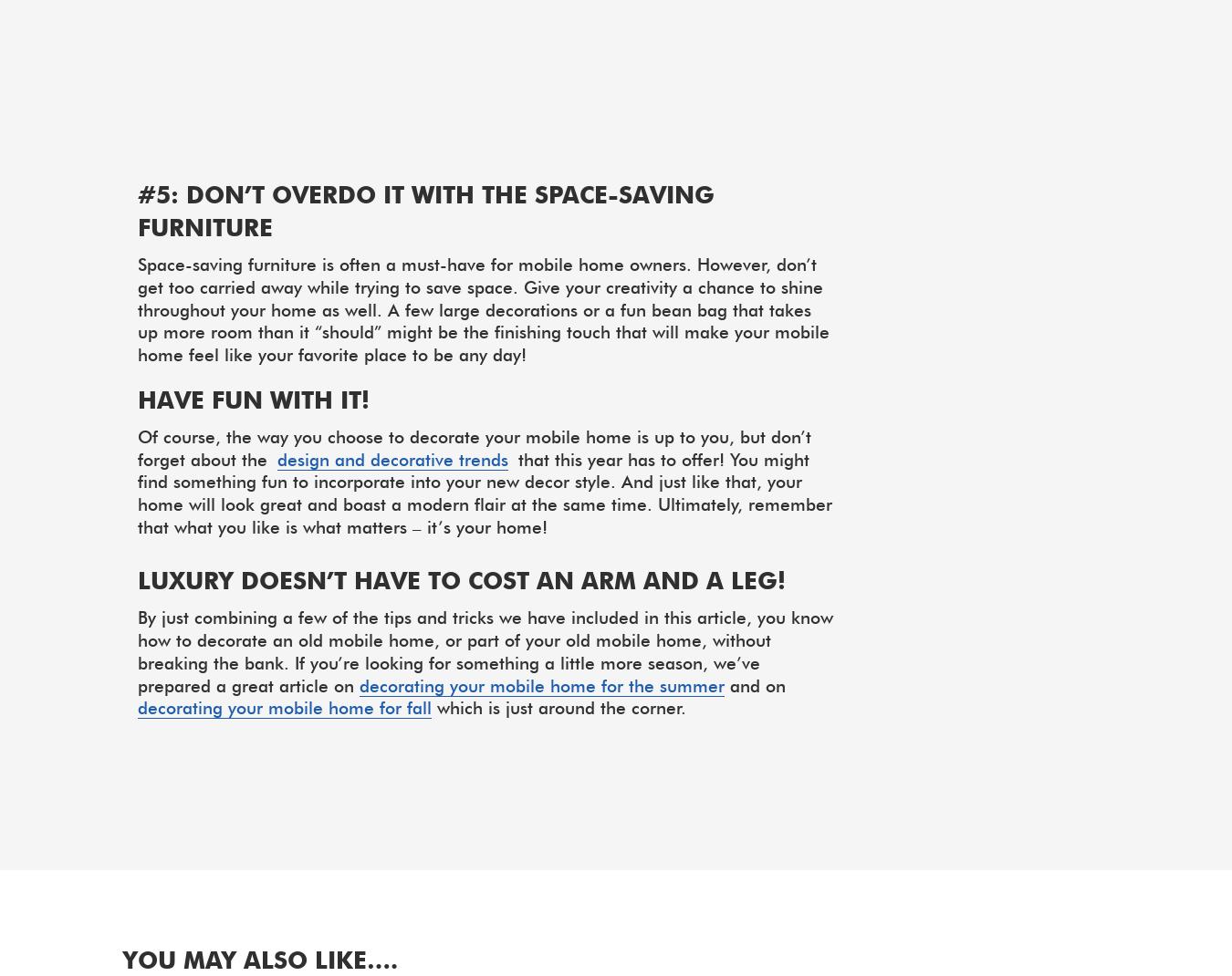  What do you see at coordinates (138, 580) in the screenshot?
I see `'Luxury doesn’t have to cost an arm and a leg!'` at bounding box center [138, 580].